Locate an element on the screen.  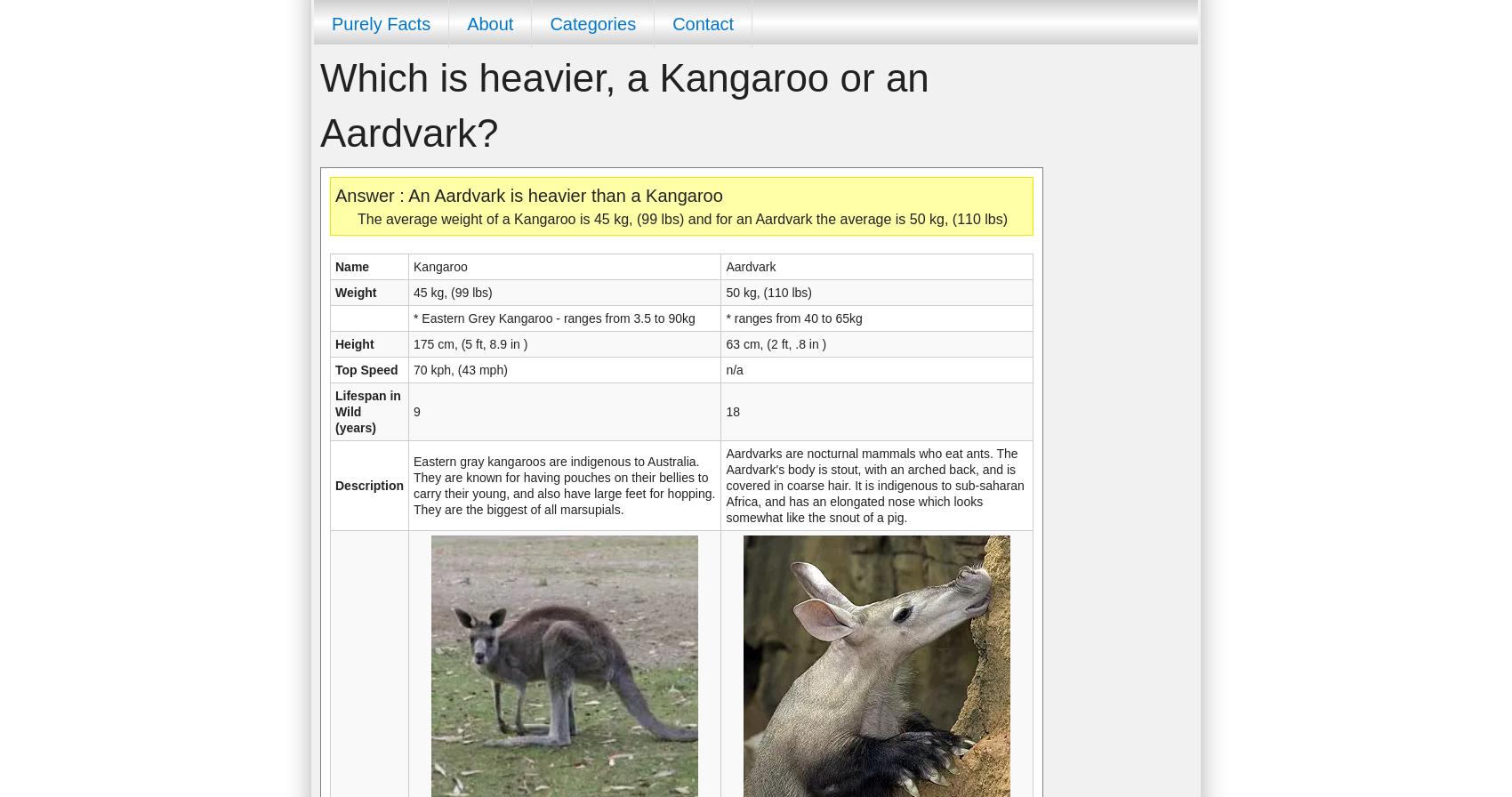
'Aardvark' is located at coordinates (750, 266).